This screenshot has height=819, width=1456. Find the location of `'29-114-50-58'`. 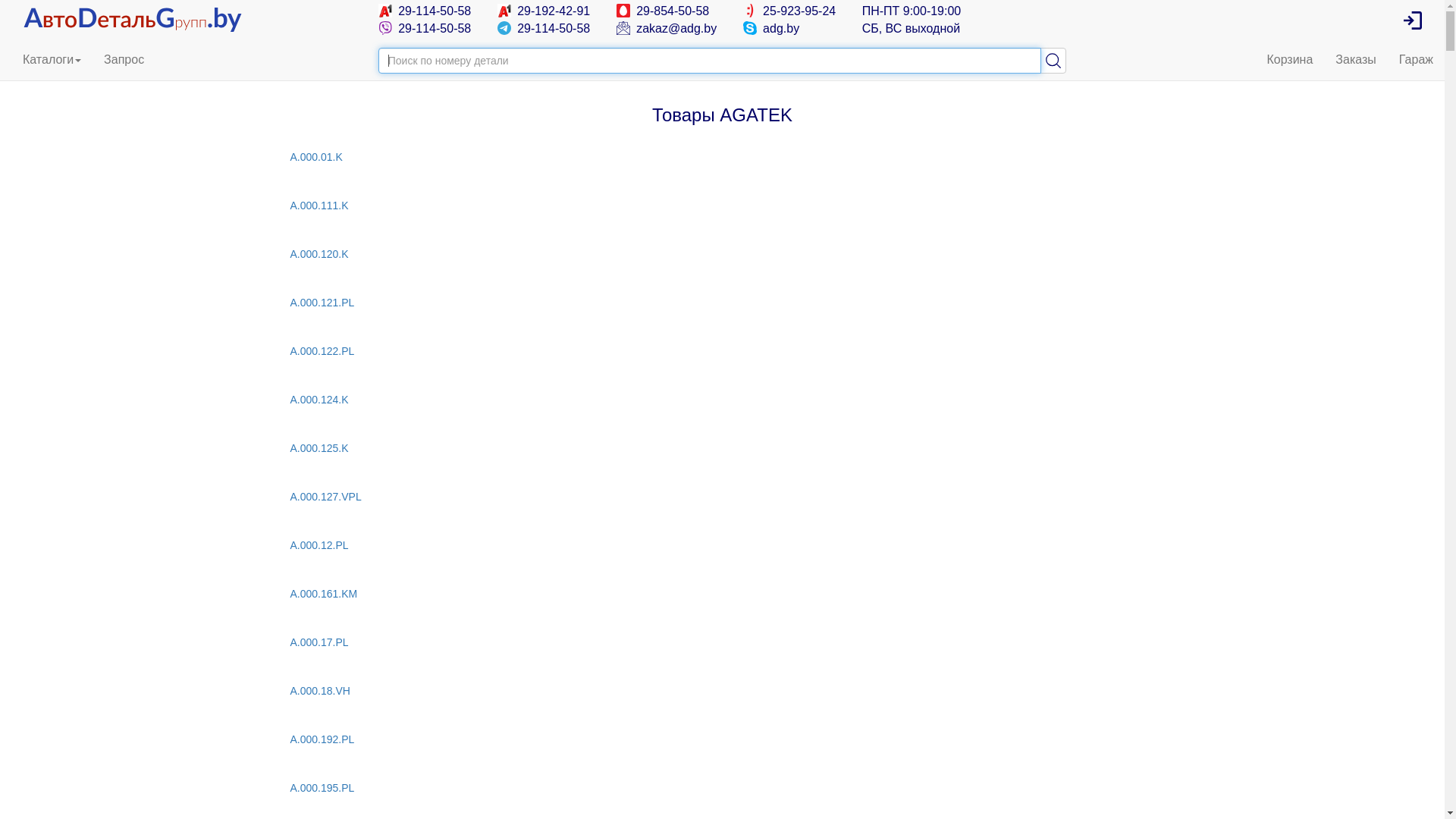

'29-114-50-58' is located at coordinates (425, 11).